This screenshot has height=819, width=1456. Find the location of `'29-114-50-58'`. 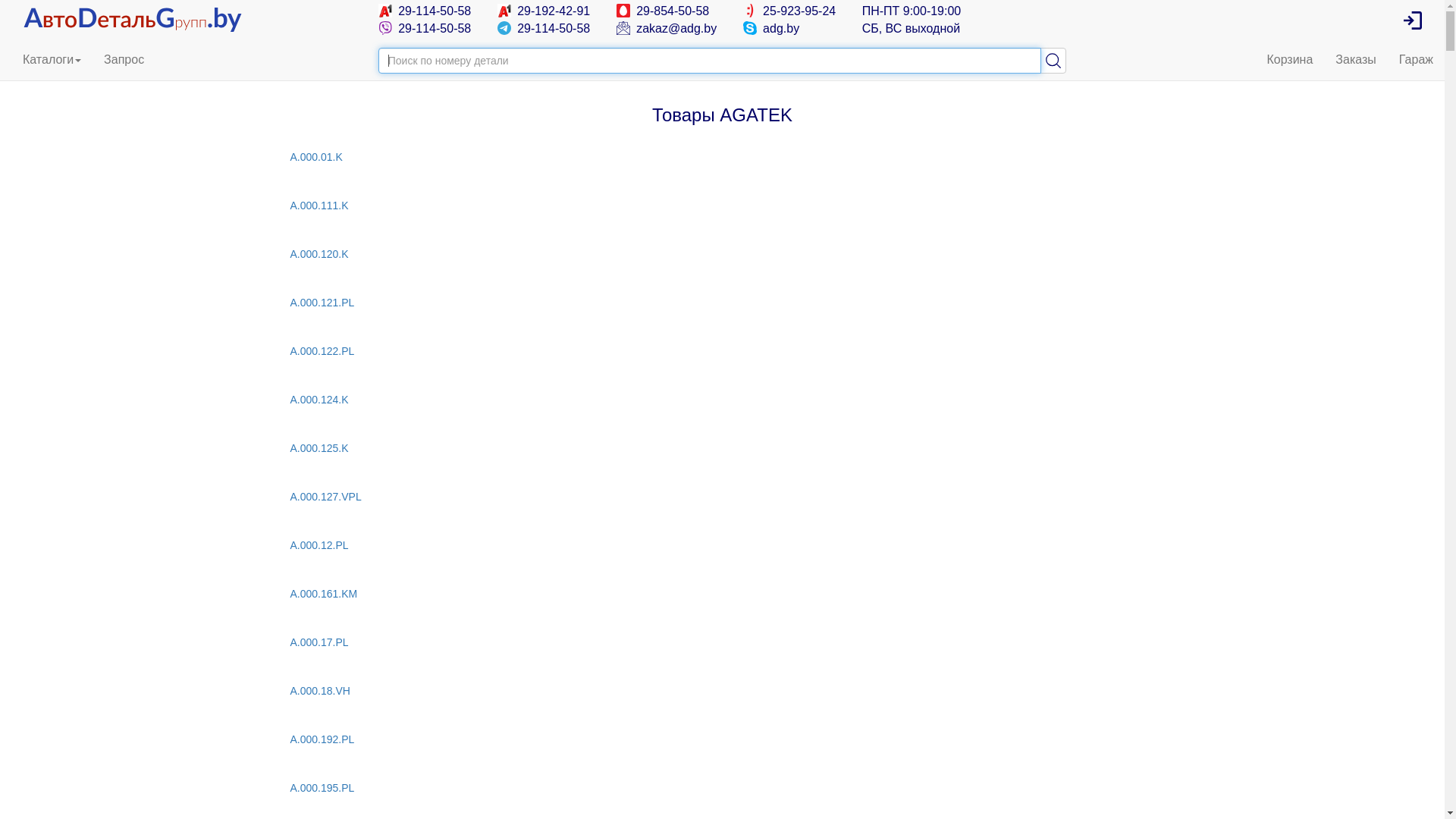

'29-114-50-58' is located at coordinates (425, 11).